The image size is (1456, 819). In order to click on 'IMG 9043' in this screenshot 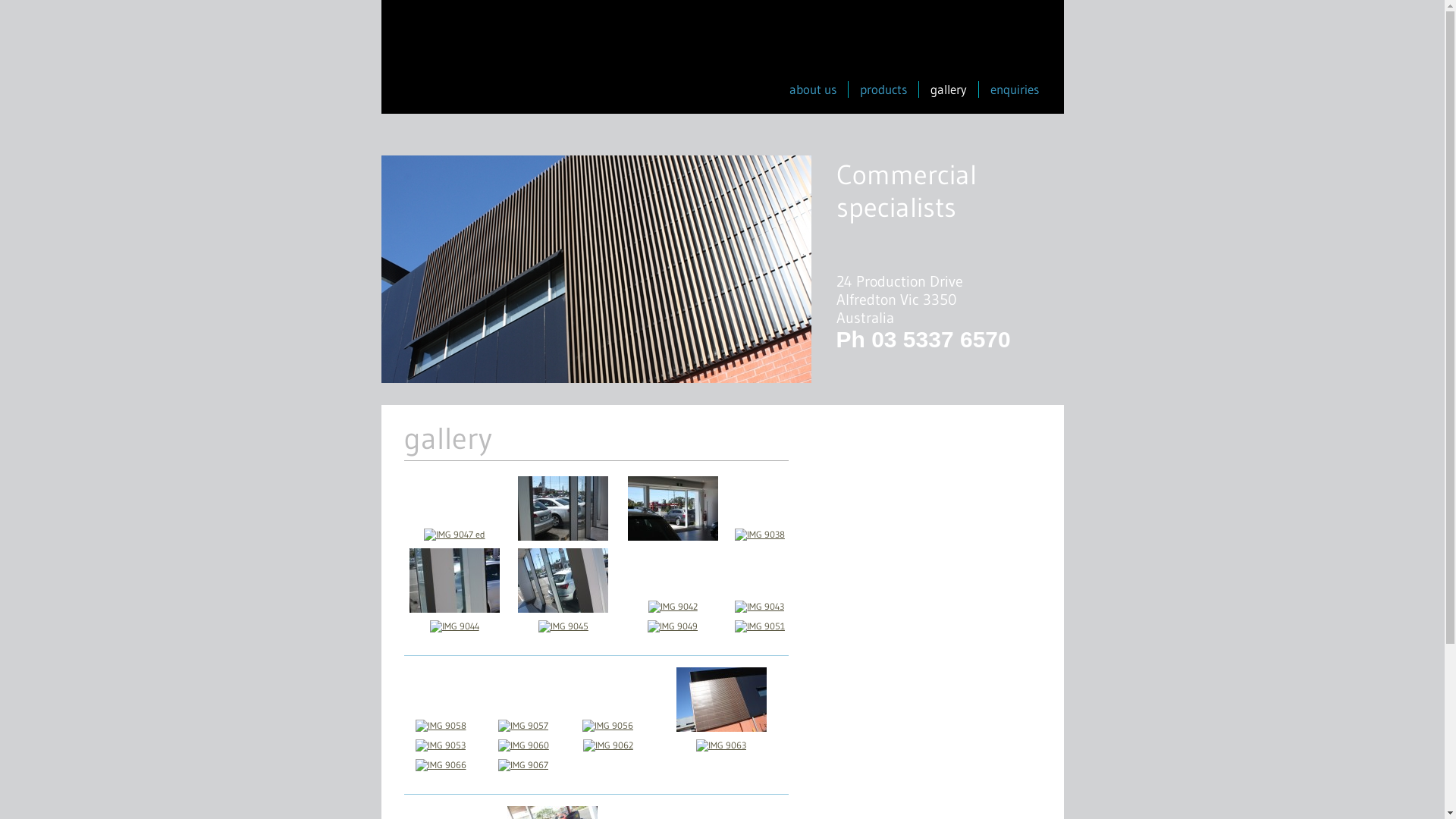, I will do `click(735, 606)`.